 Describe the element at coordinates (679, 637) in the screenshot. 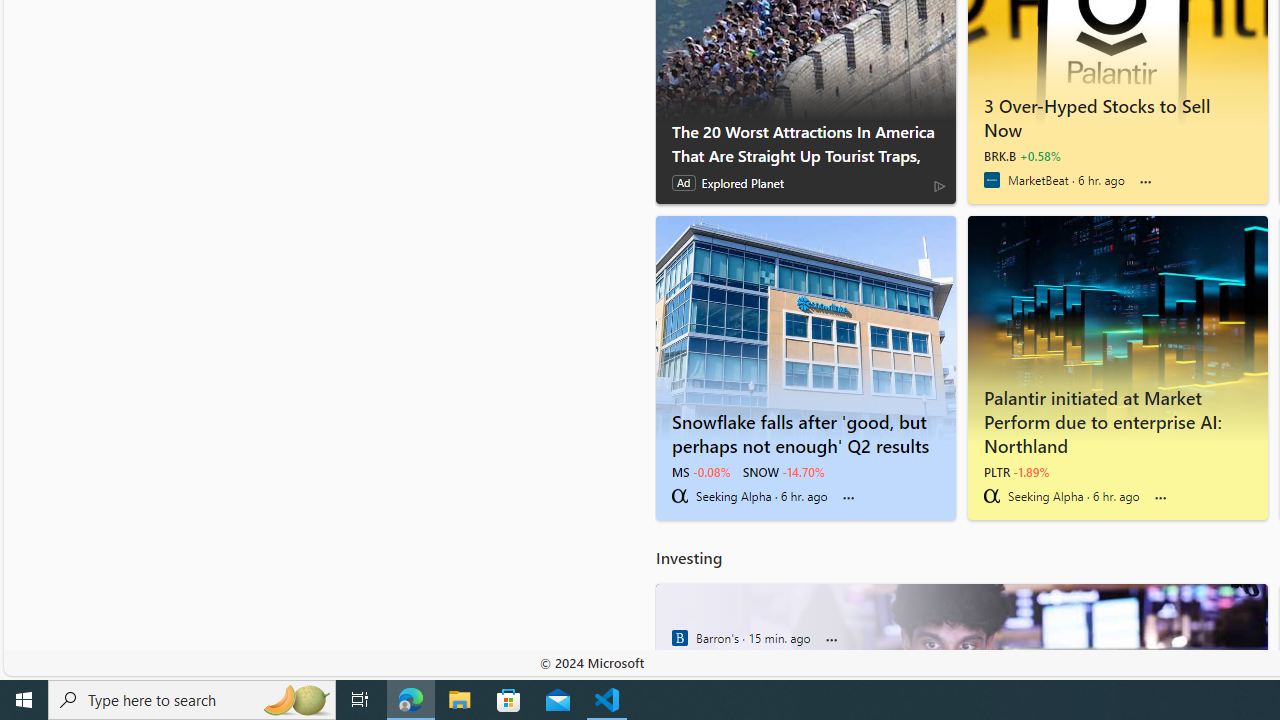

I see `'Barron'` at that location.